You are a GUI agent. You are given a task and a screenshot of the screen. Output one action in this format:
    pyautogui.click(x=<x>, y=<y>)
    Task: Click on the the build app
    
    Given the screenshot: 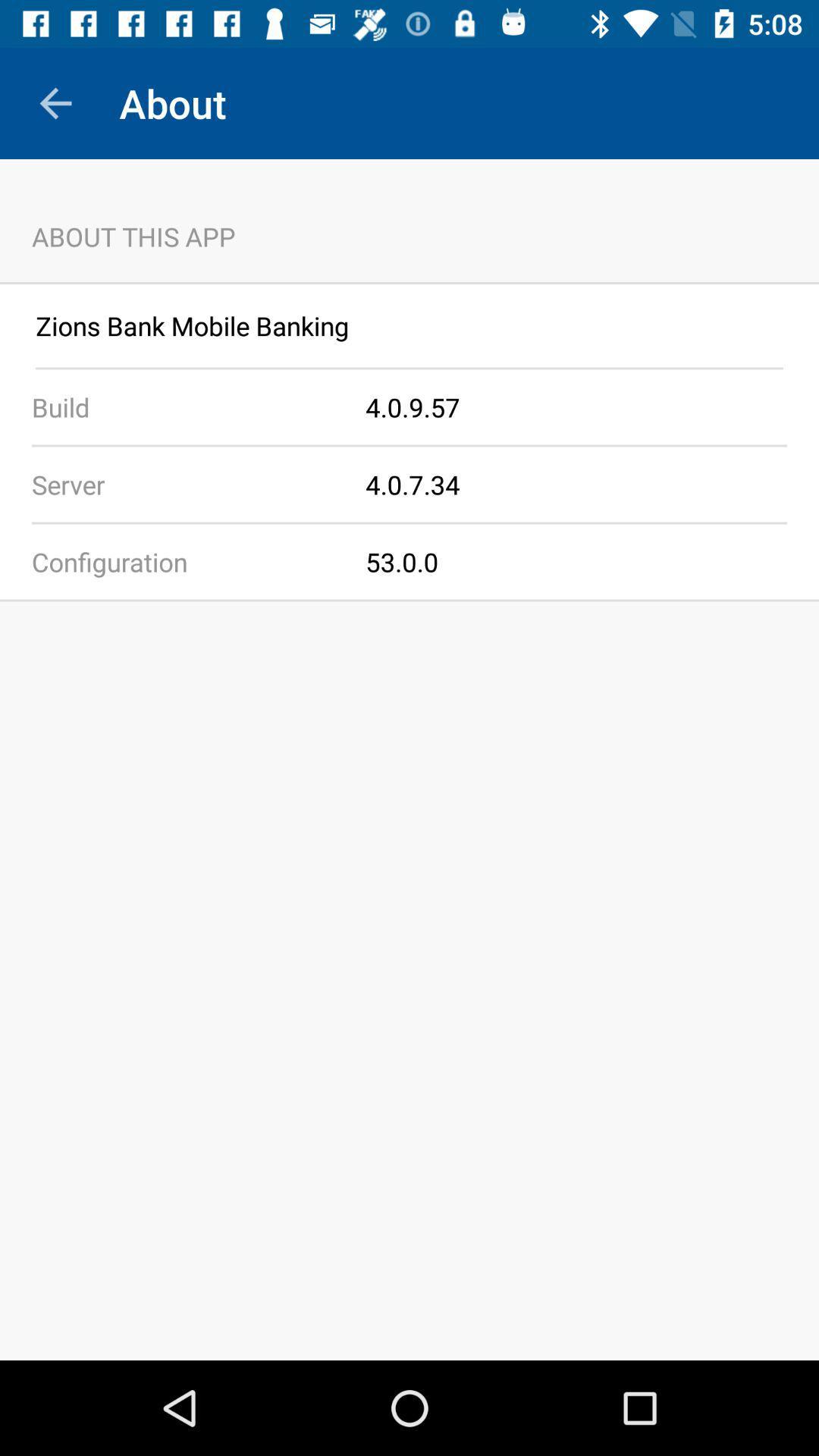 What is the action you would take?
    pyautogui.click(x=182, y=407)
    